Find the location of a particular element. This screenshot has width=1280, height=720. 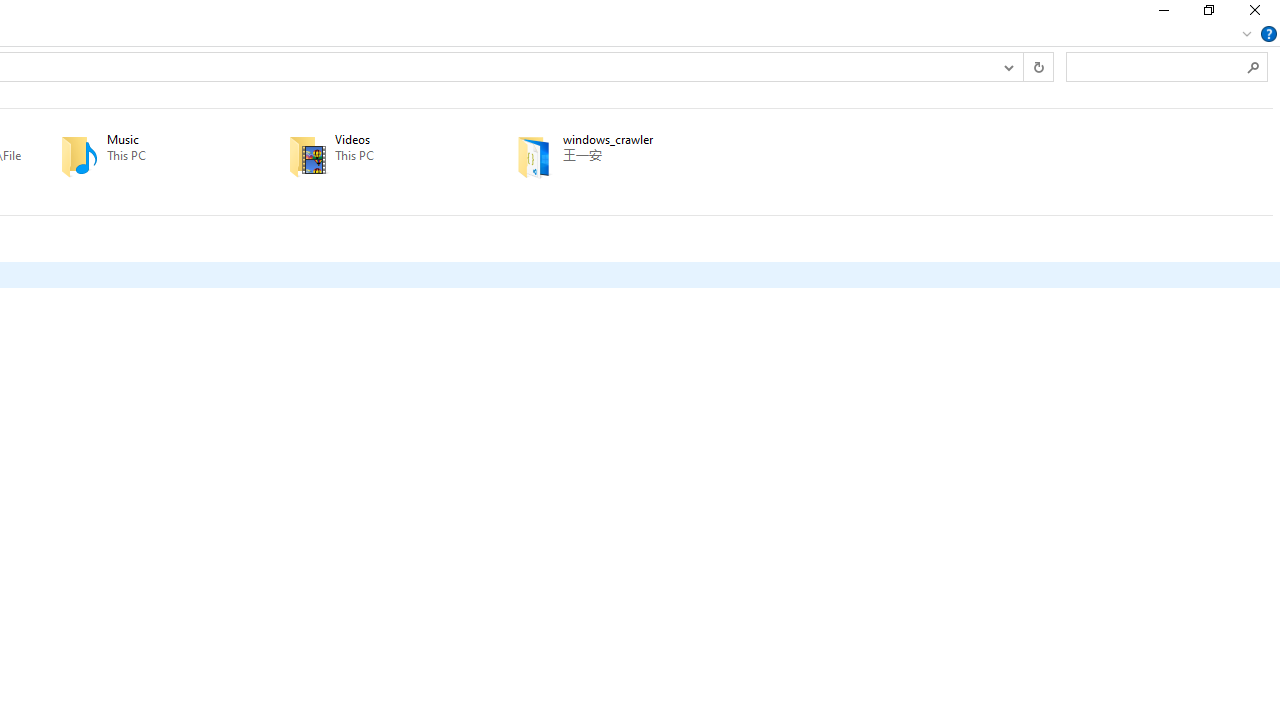

'Address band toolbar' is located at coordinates (1023, 65).